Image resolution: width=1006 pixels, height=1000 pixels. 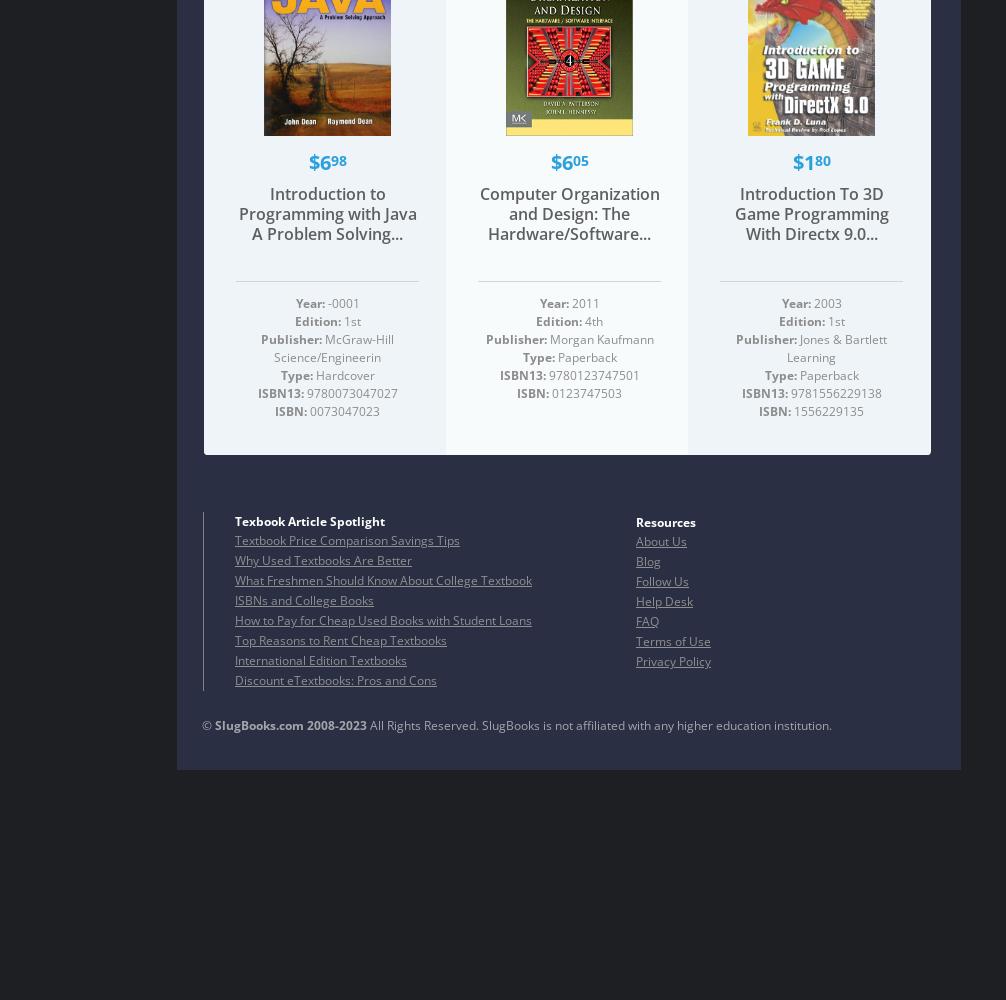 I want to click on 'International Edition Textbooks', so click(x=320, y=660).